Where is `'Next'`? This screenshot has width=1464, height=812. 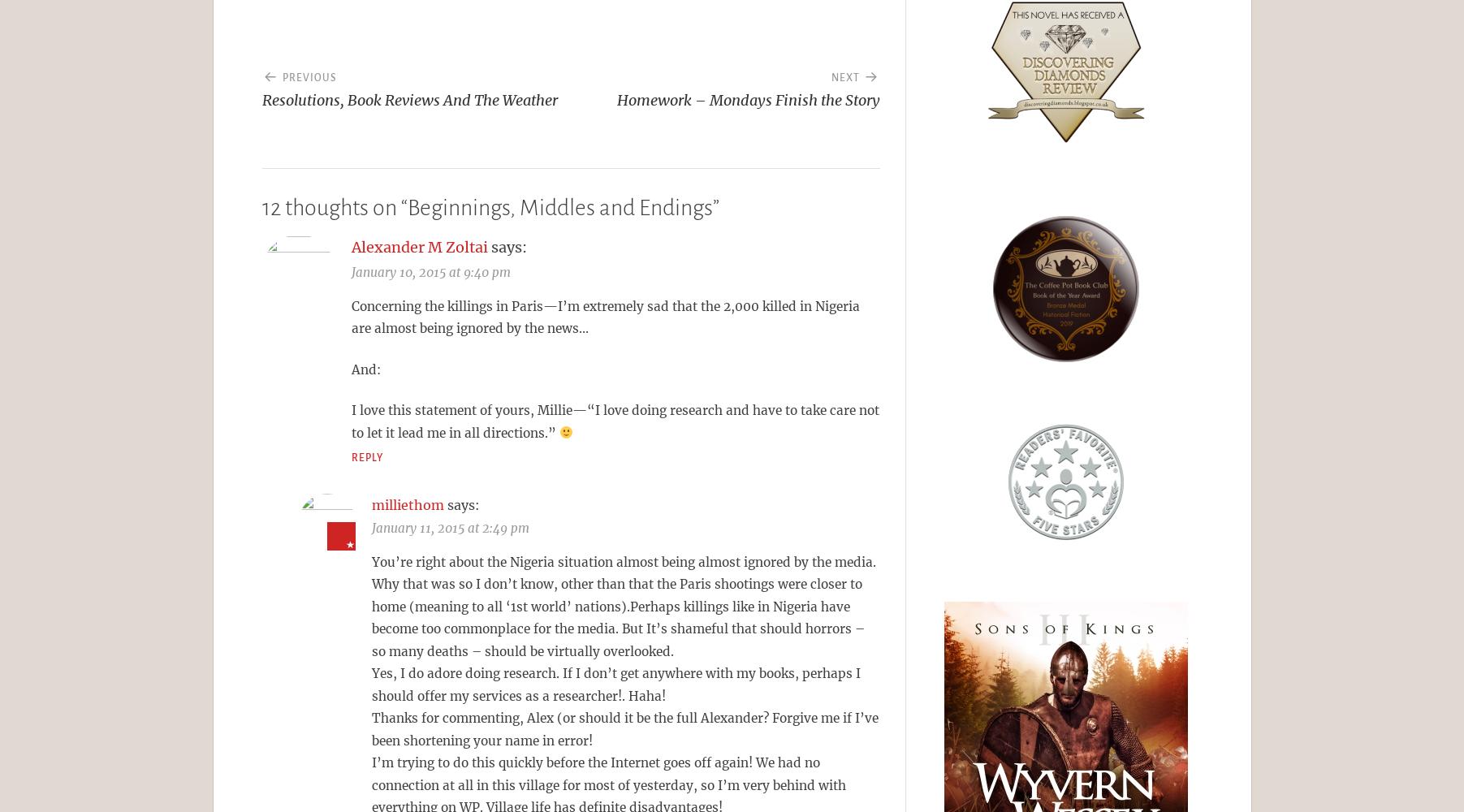
'Next' is located at coordinates (844, 76).